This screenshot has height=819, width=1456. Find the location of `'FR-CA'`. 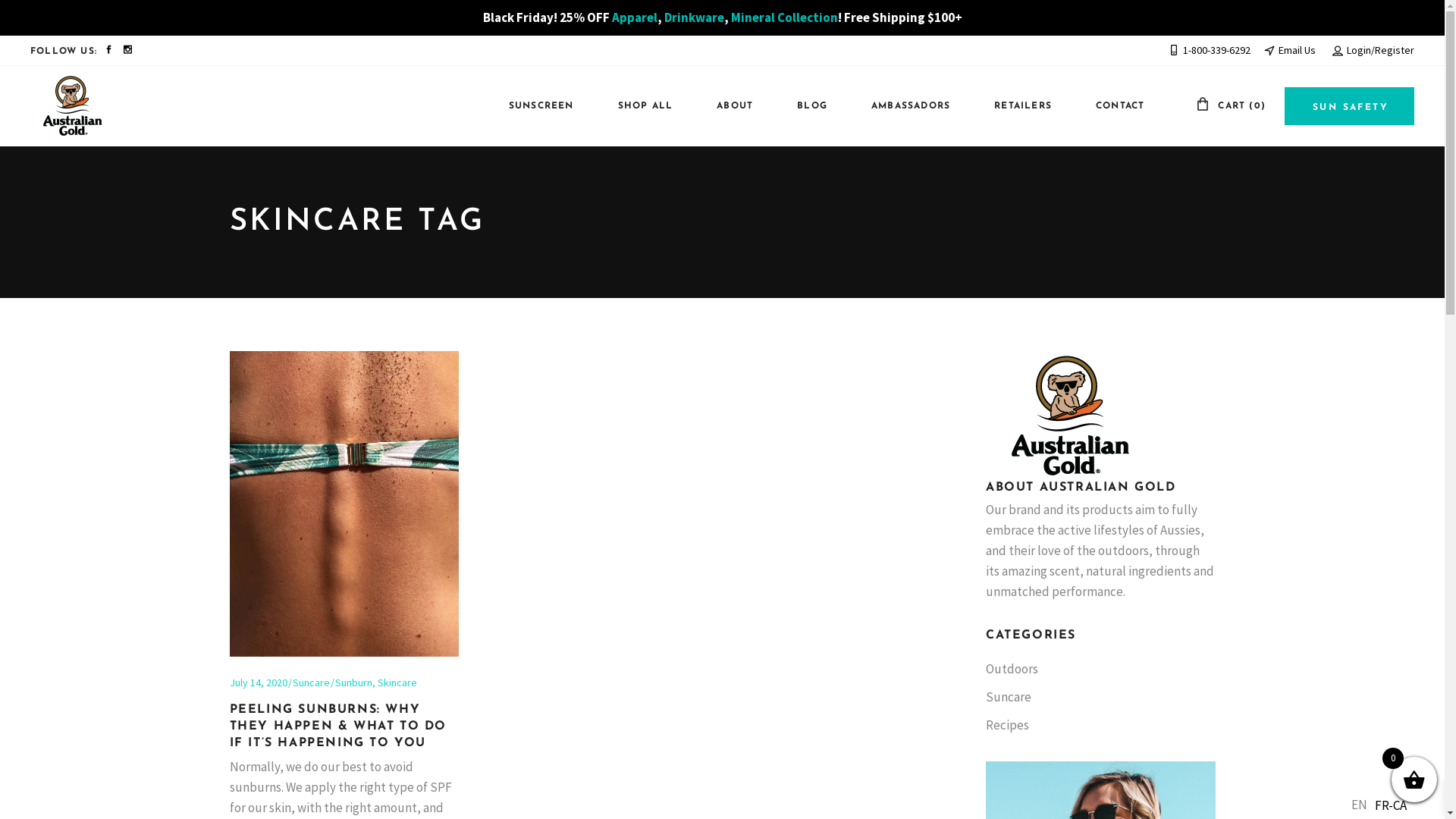

'FR-CA' is located at coordinates (1367, 804).